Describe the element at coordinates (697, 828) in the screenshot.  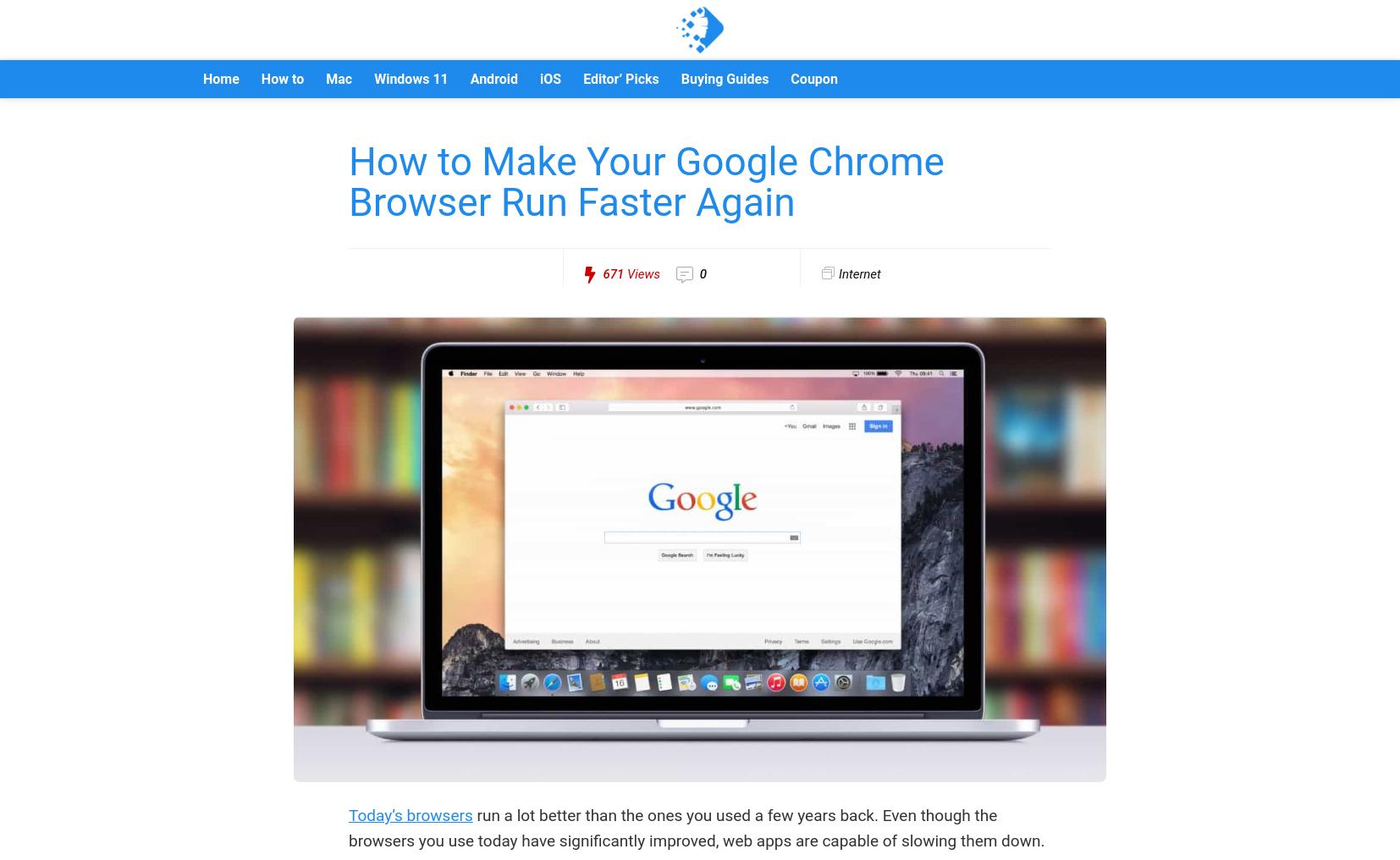
I see `'run a lot better than the ones you used a few years back. Even though the browsers you use today have significantly improved, web apps are capable of slowing them down.'` at that location.